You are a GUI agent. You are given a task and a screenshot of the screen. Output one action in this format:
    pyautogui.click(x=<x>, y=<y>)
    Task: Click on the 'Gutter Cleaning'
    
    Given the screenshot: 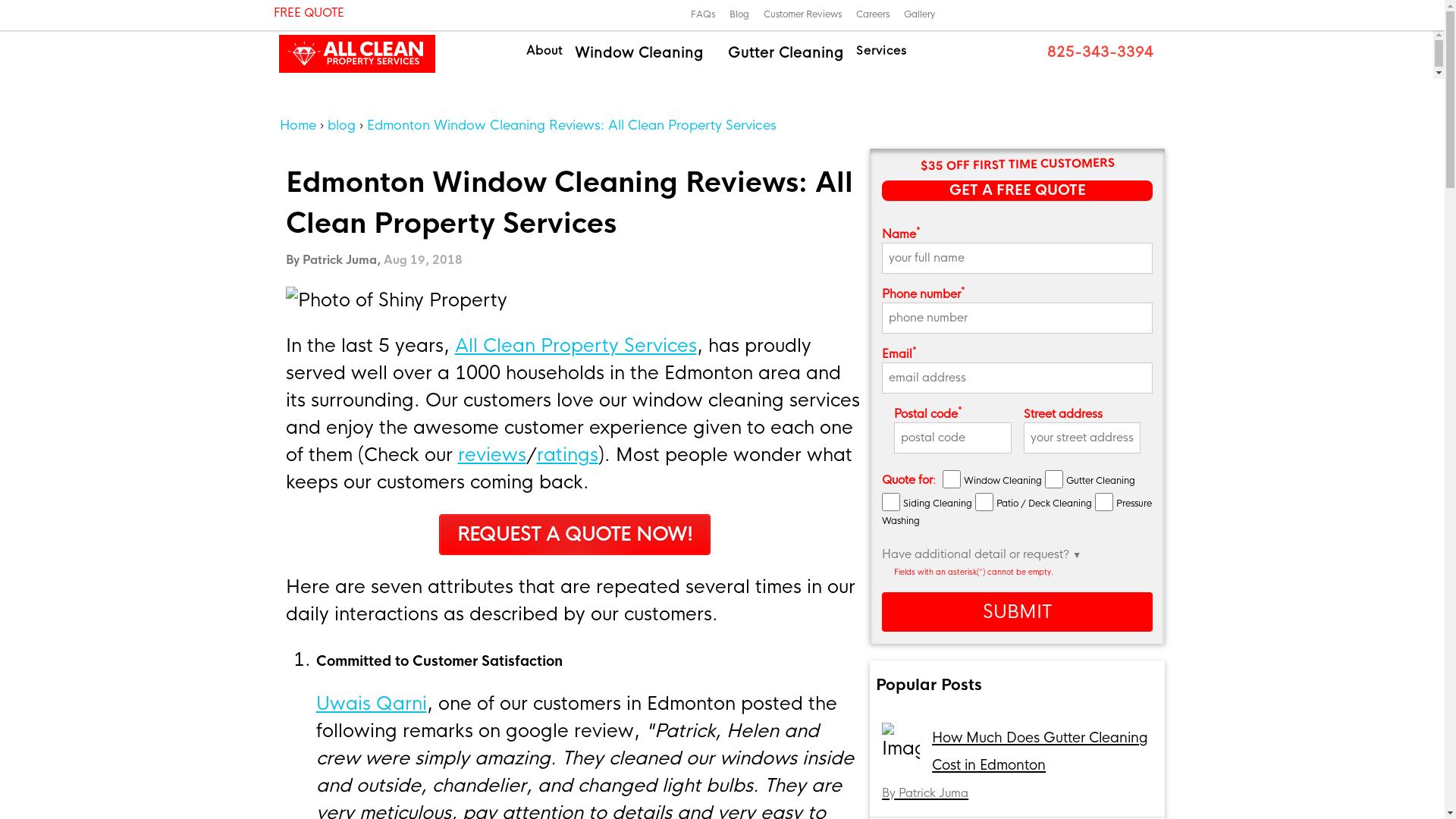 What is the action you would take?
    pyautogui.click(x=720, y=52)
    